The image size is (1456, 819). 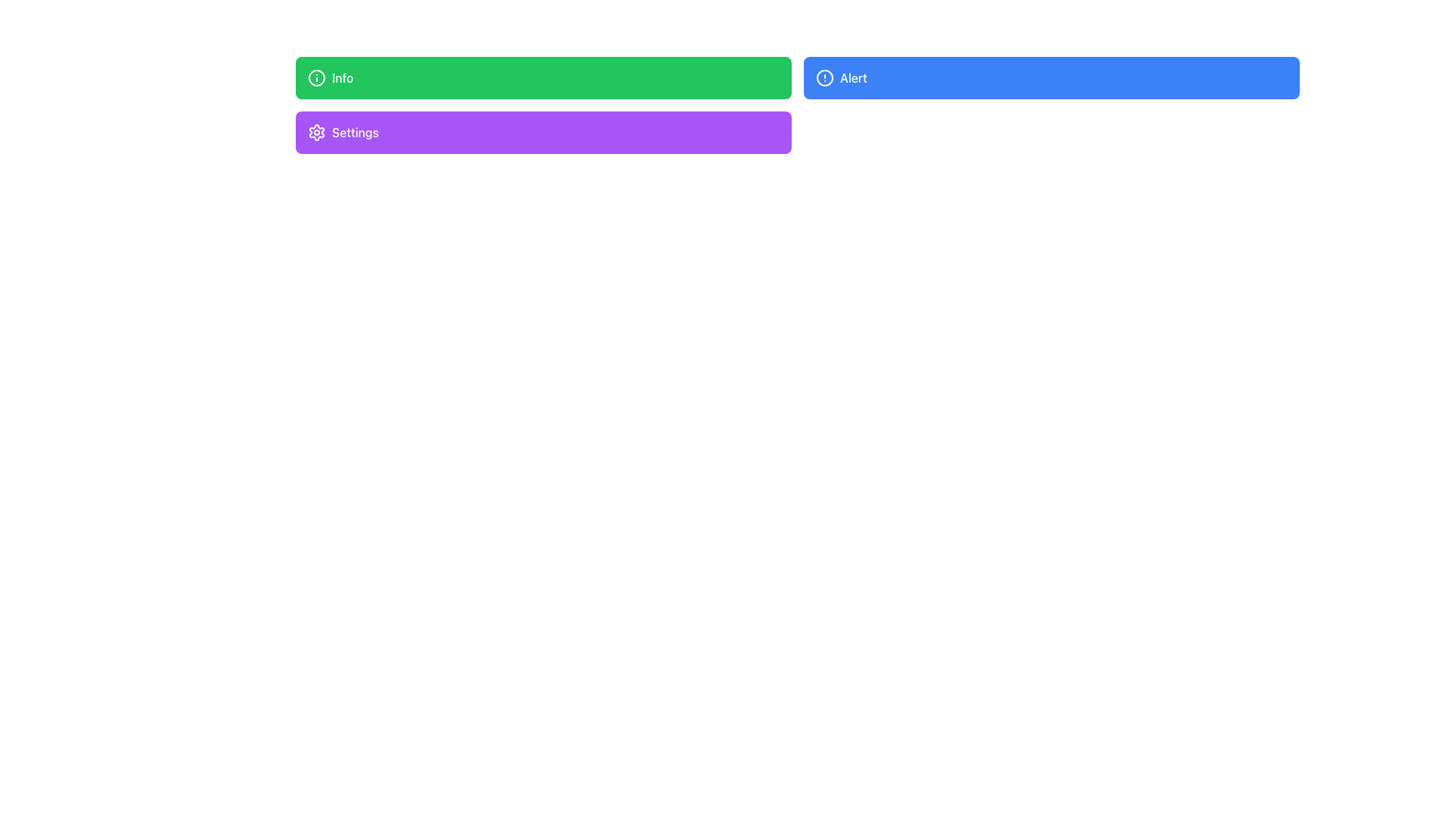 I want to click on the text 'Alert' which is located within the blue button in the upper right section of the layout, indicating the button's function, so click(x=853, y=78).